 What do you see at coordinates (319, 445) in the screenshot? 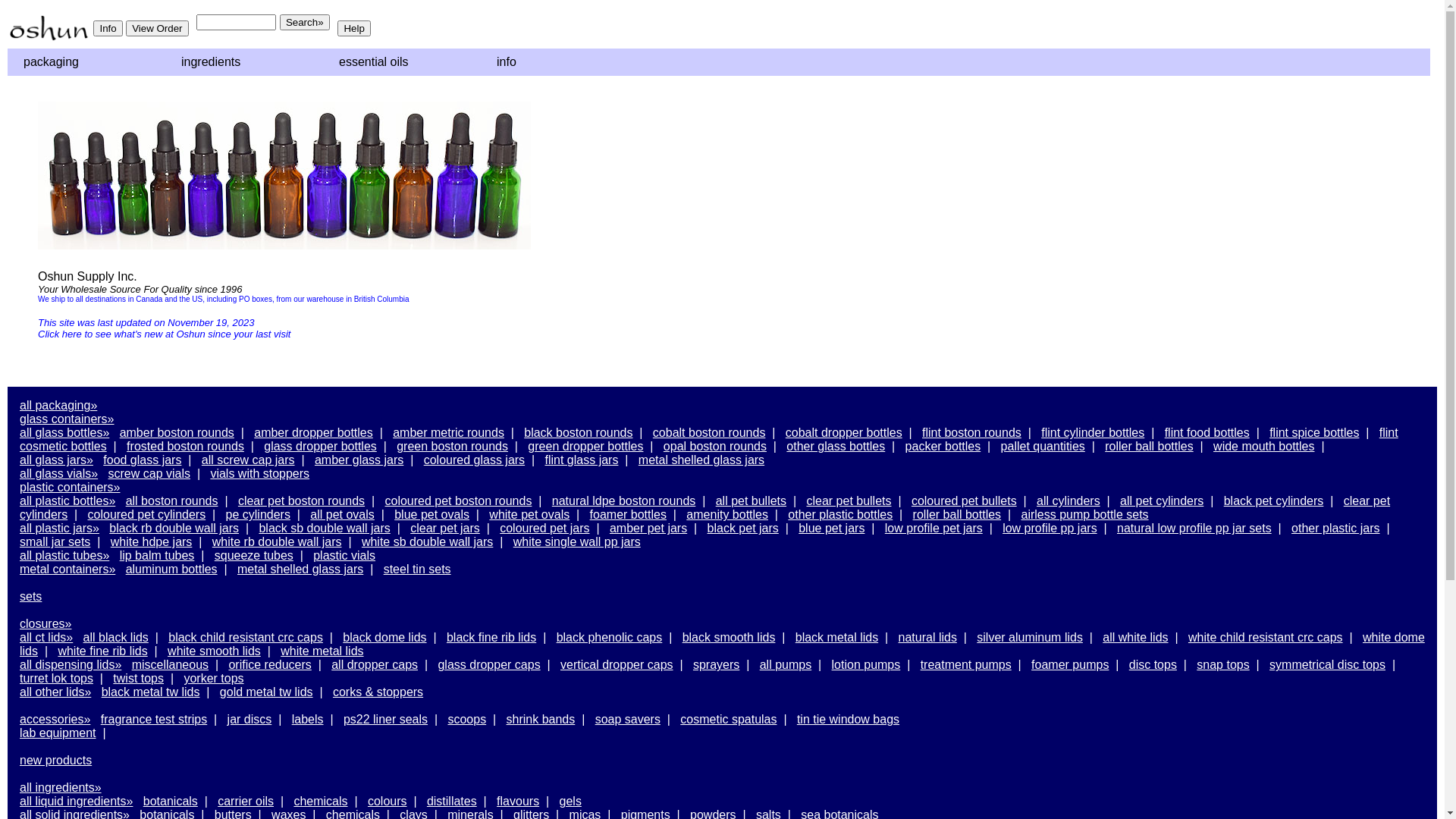
I see `'glass dropper bottles'` at bounding box center [319, 445].